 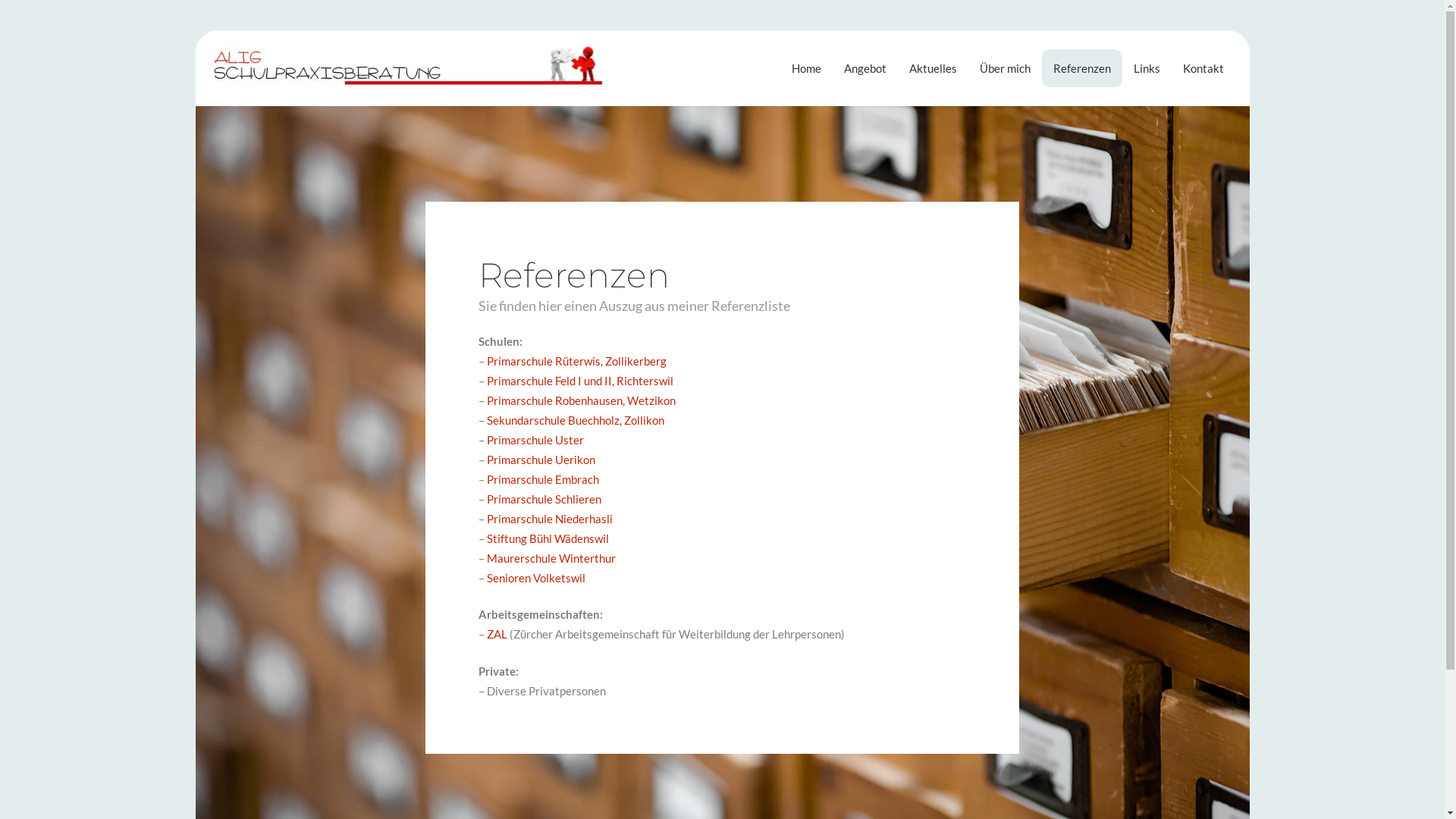 What do you see at coordinates (542, 479) in the screenshot?
I see `'Primarschule Embrach'` at bounding box center [542, 479].